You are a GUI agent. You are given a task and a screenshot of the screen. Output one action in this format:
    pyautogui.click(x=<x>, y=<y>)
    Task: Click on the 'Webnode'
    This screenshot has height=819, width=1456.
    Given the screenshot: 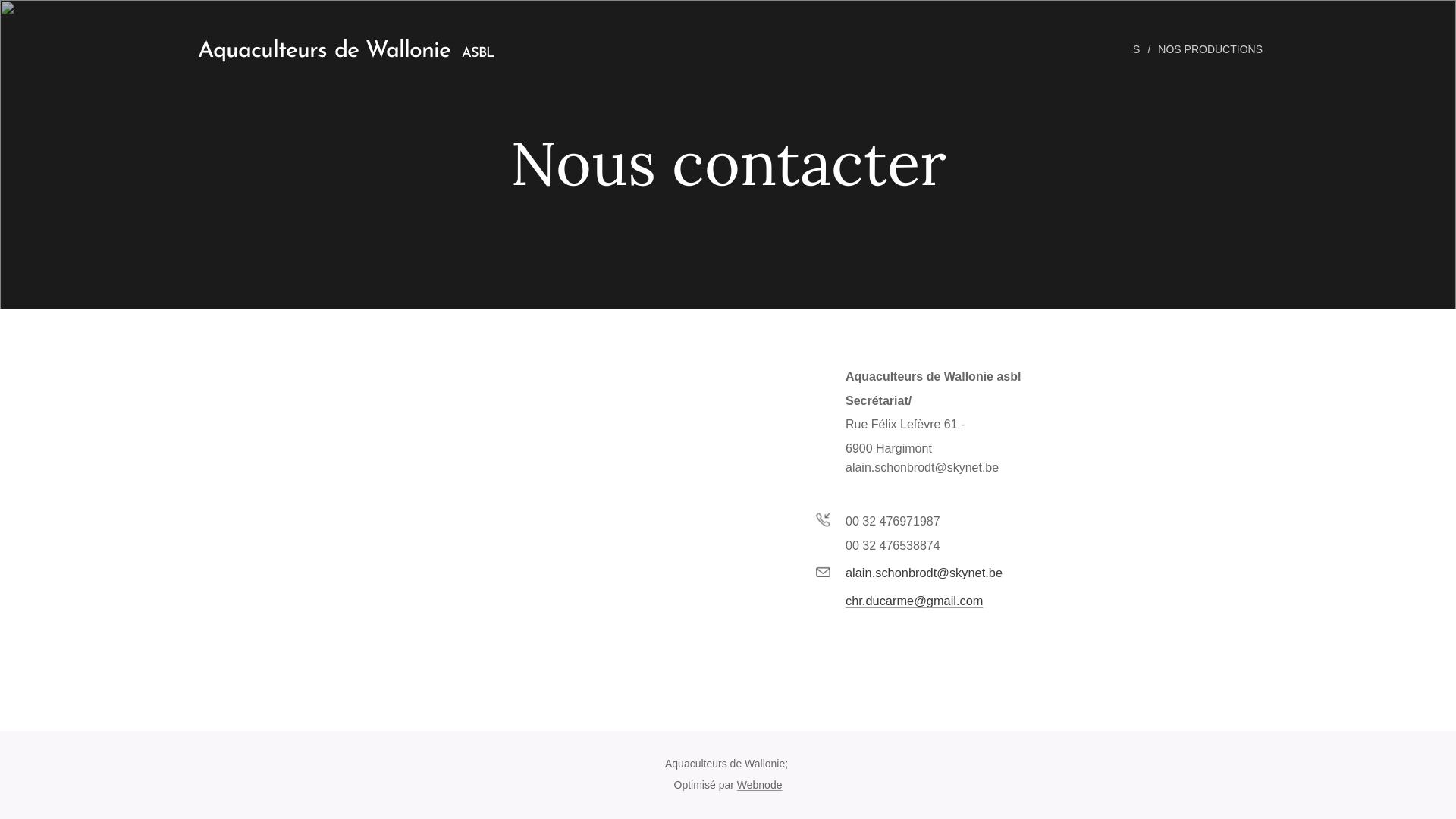 What is the action you would take?
    pyautogui.click(x=760, y=784)
    